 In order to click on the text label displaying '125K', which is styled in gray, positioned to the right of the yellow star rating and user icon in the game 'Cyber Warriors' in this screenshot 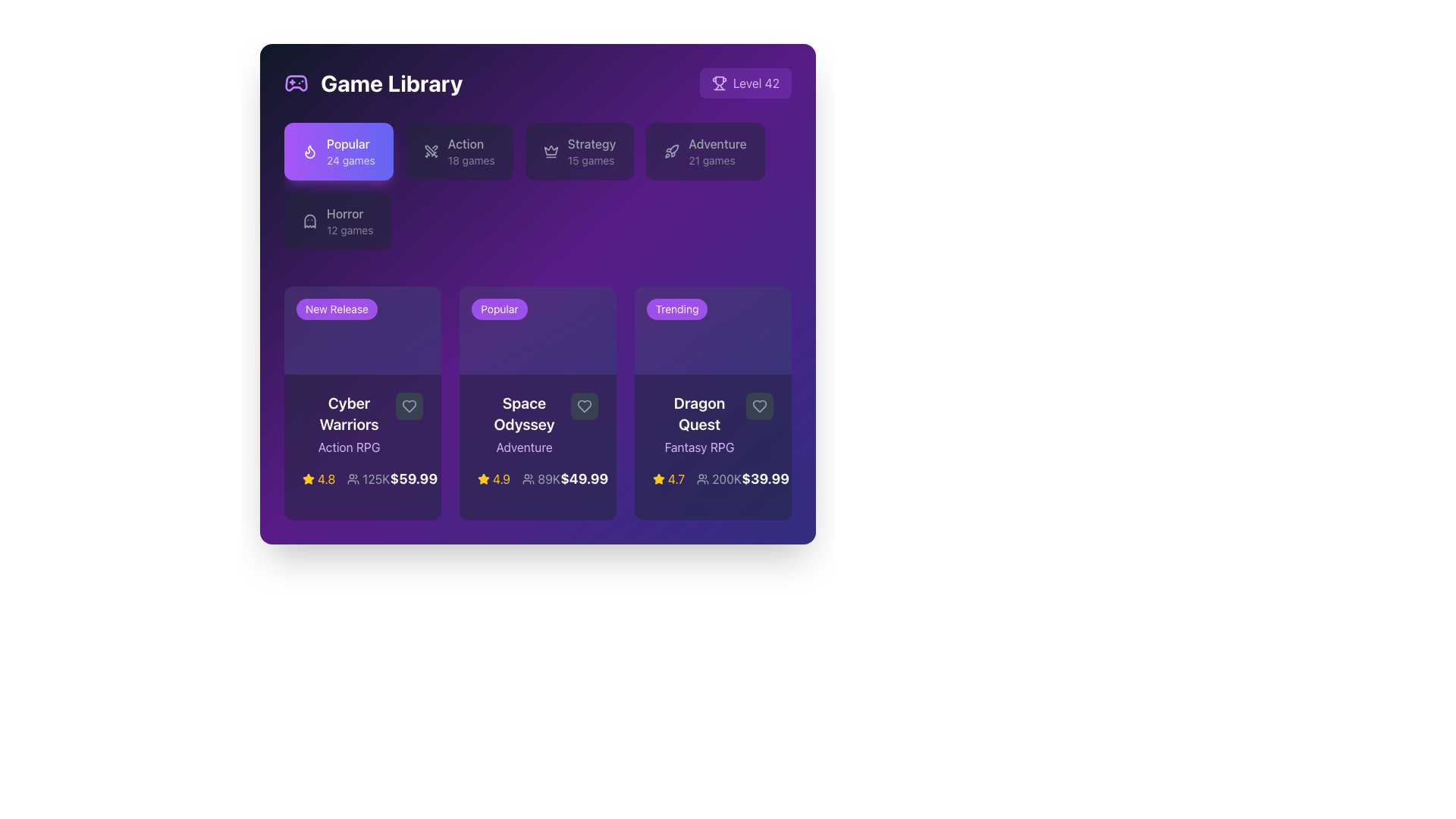, I will do `click(345, 479)`.